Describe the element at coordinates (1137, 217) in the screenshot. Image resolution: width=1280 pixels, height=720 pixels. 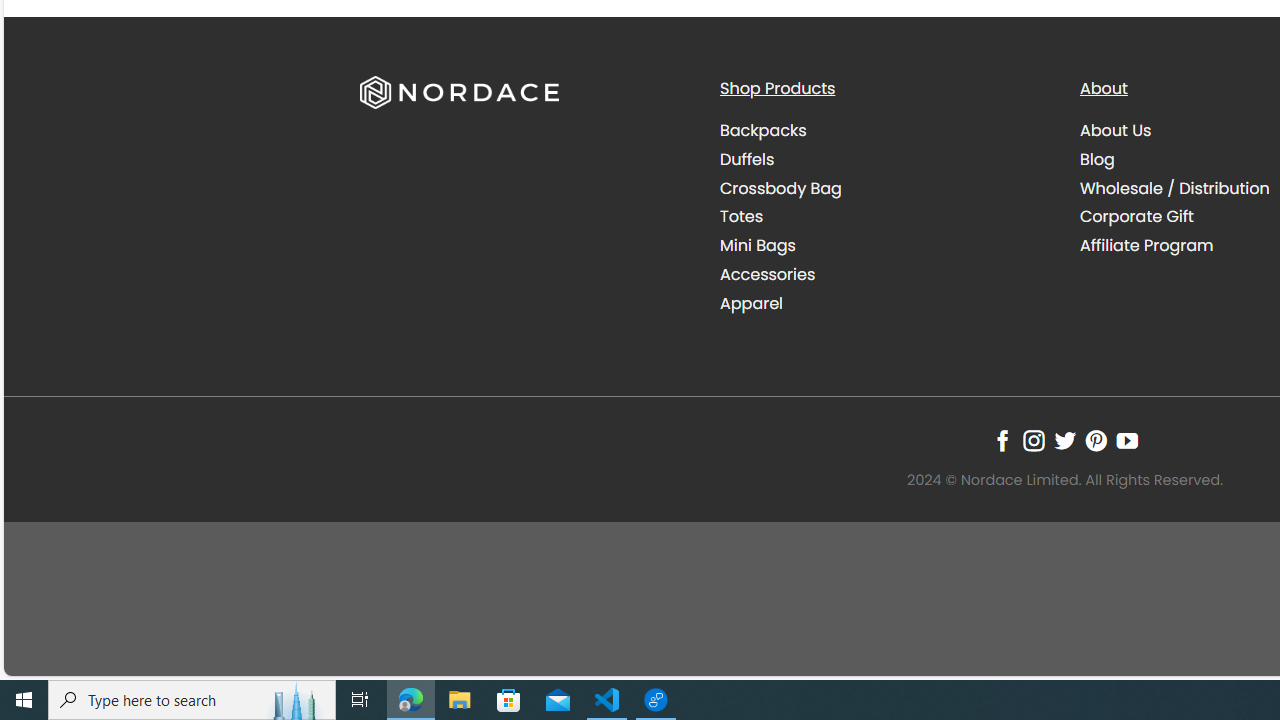
I see `'Corporate Gift'` at that location.